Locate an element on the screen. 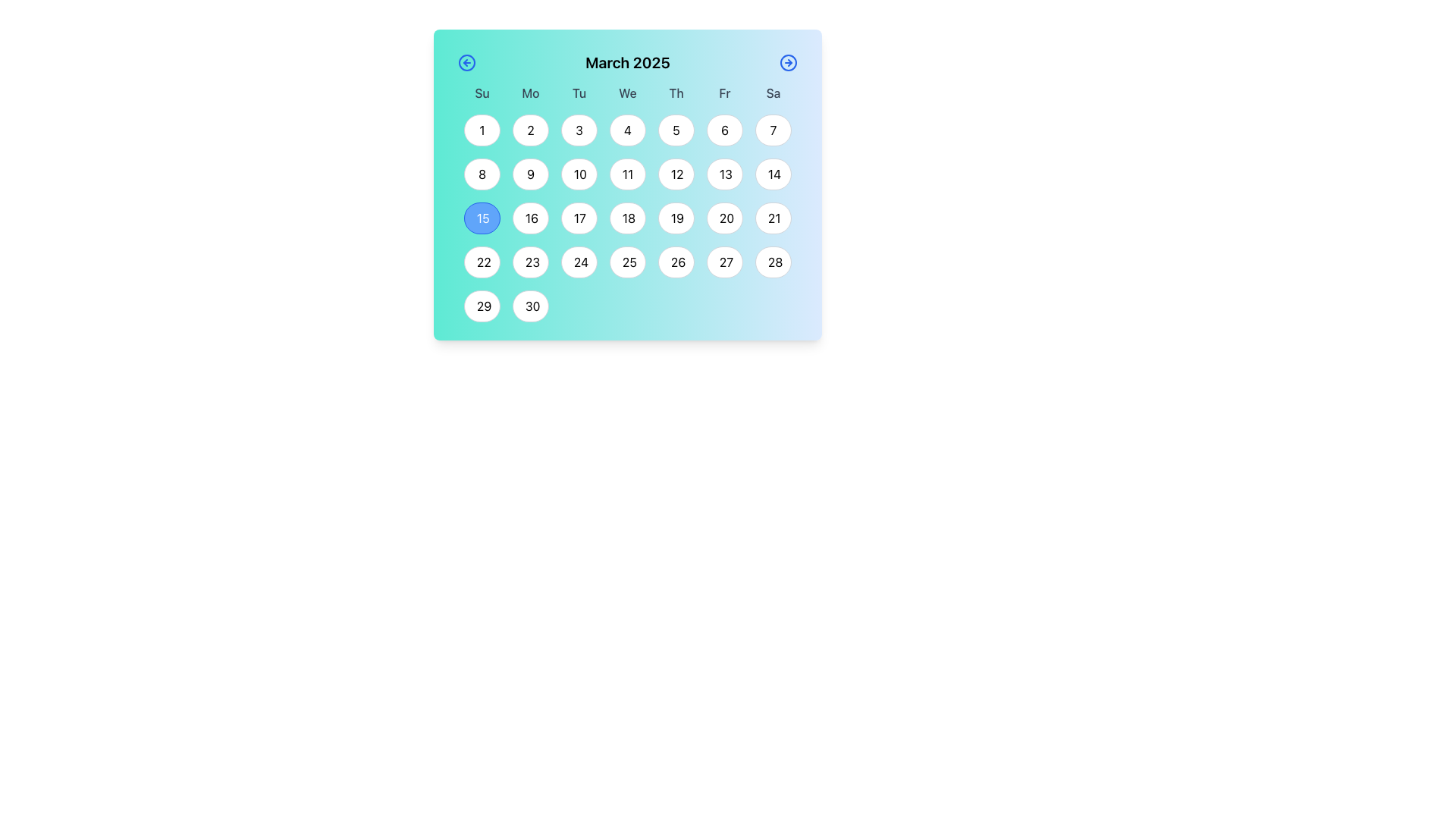  the header text displaying 'March 2025' in the top panel of the calendar interface is located at coordinates (628, 65).